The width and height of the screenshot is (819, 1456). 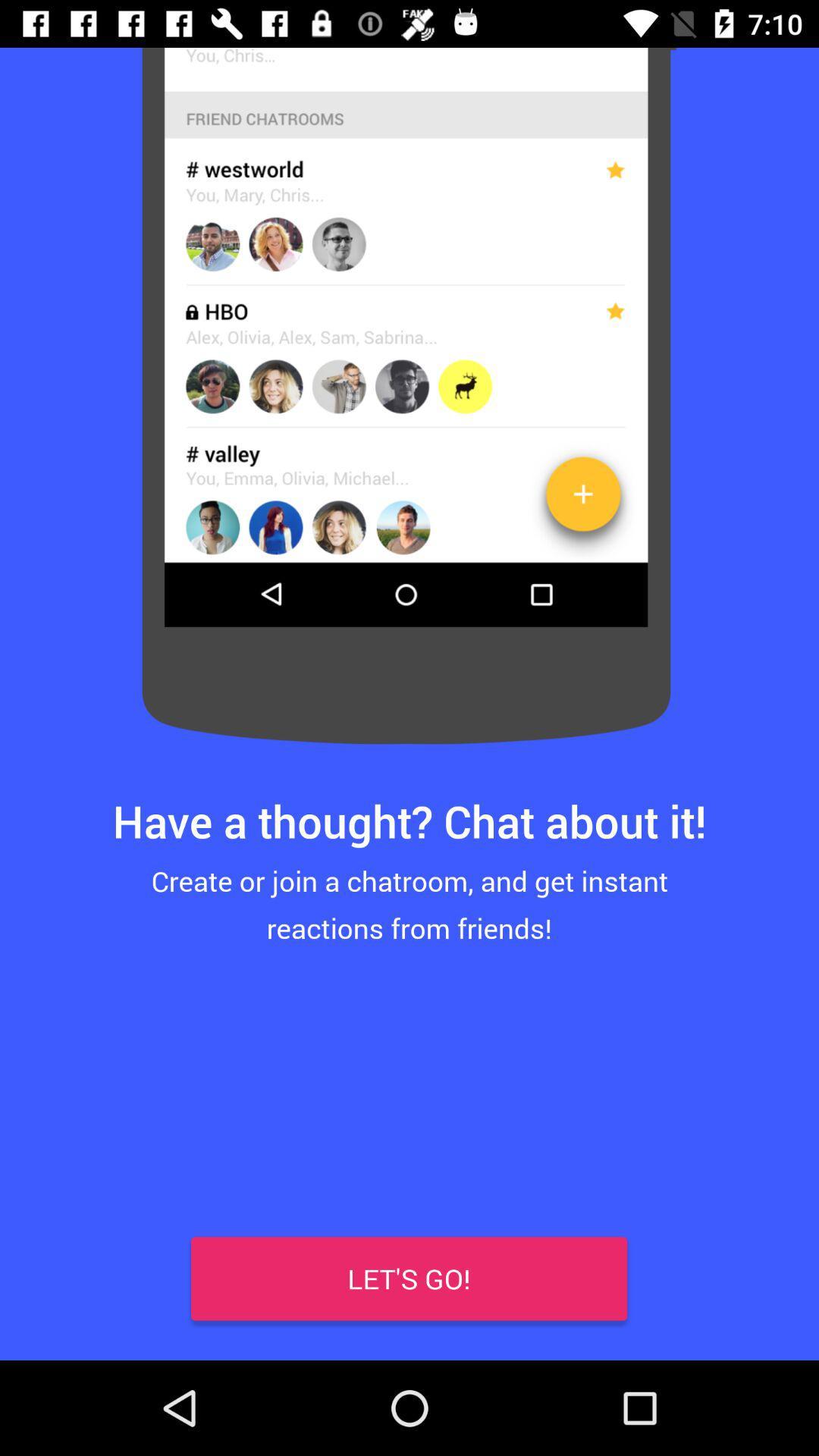 What do you see at coordinates (46, 1312) in the screenshot?
I see `item at the bottom left corner` at bounding box center [46, 1312].